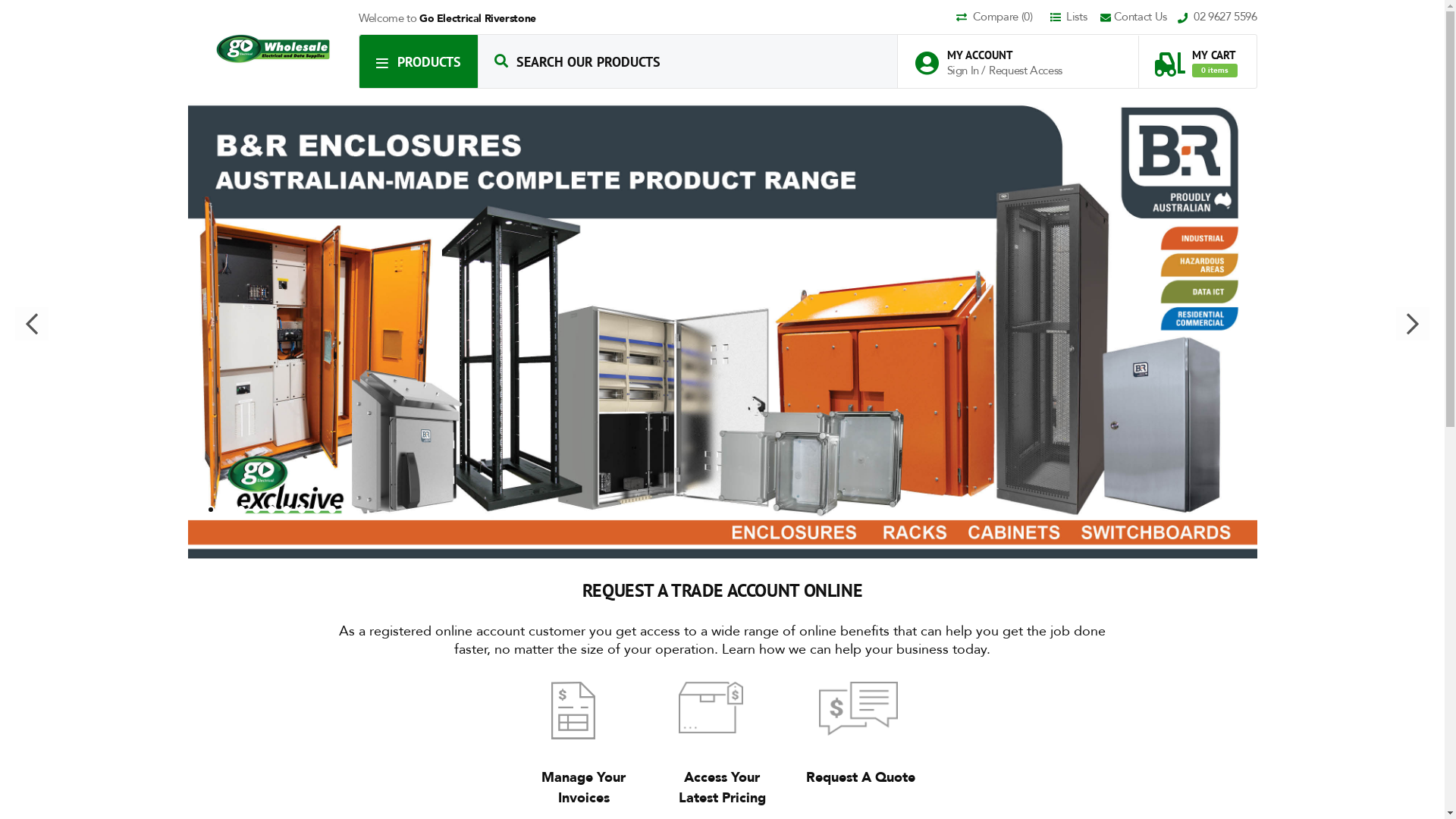 The width and height of the screenshot is (1456, 819). What do you see at coordinates (330, 509) in the screenshot?
I see `'10'` at bounding box center [330, 509].